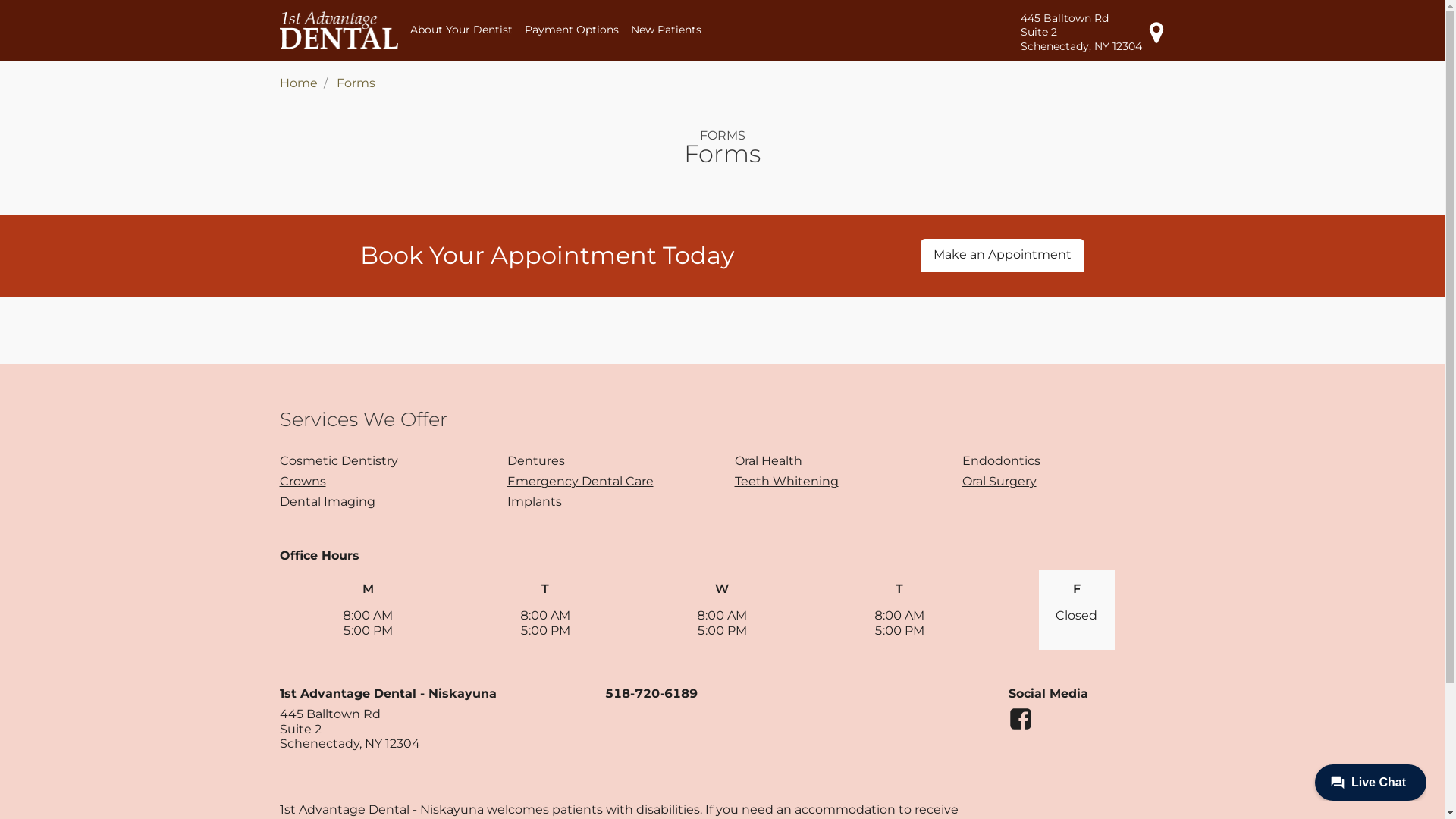 The width and height of the screenshot is (1456, 819). What do you see at coordinates (1008, 726) in the screenshot?
I see `'Facebook'` at bounding box center [1008, 726].